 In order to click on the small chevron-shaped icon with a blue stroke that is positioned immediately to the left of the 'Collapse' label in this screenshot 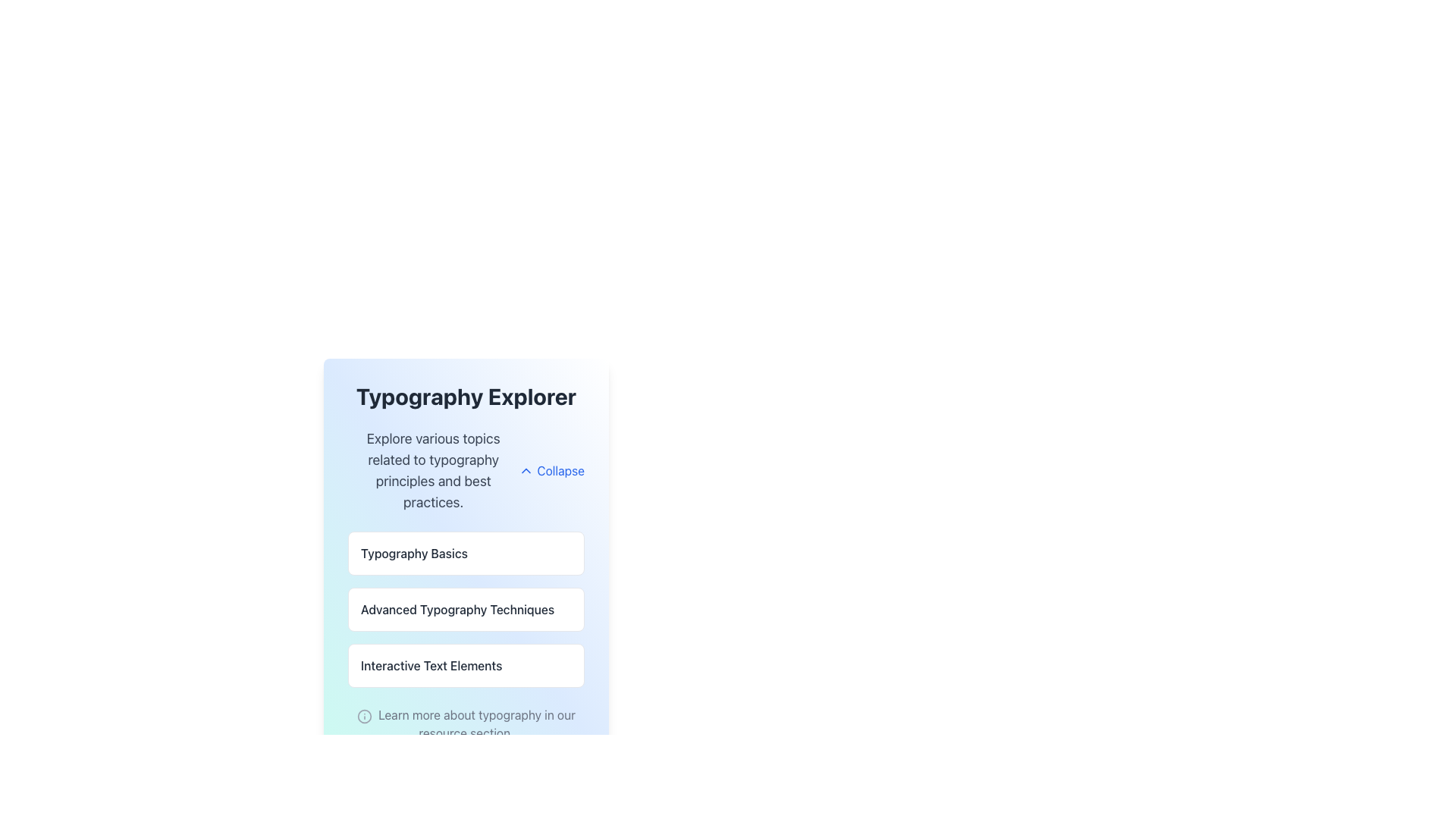, I will do `click(526, 470)`.